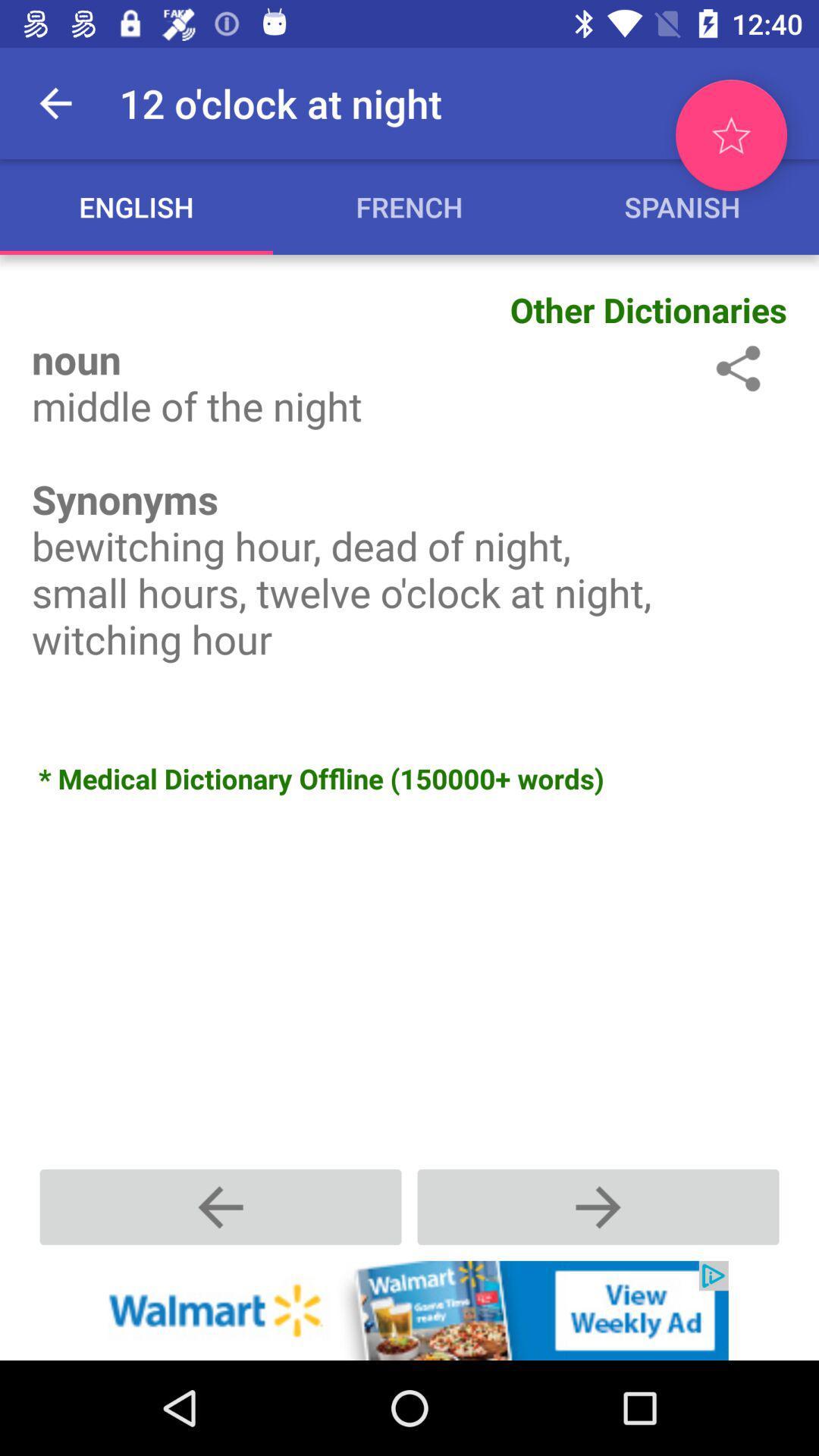 The height and width of the screenshot is (1456, 819). I want to click on click the add, so click(409, 1310).